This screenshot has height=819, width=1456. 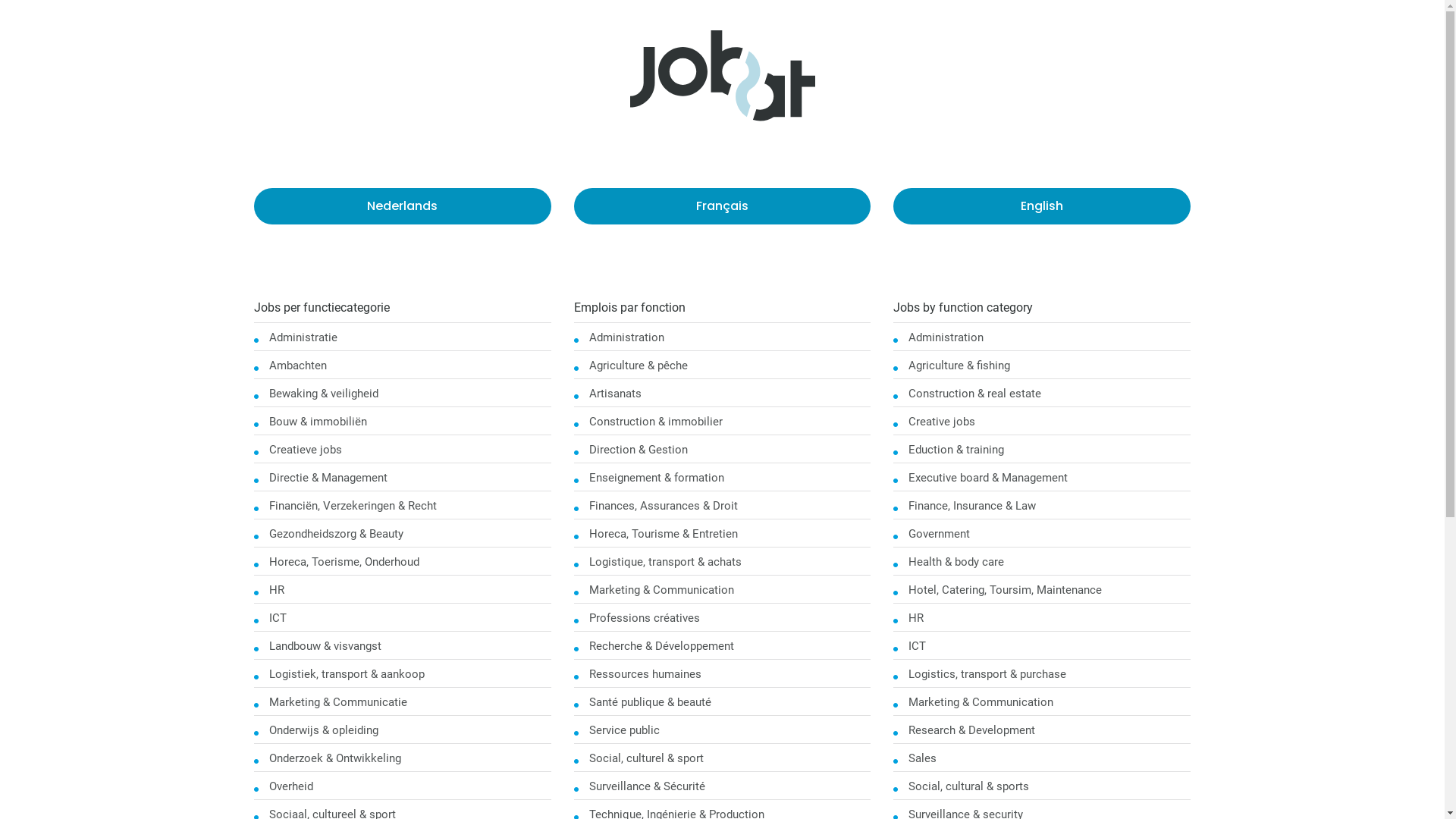 I want to click on 'Eduction & training', so click(x=955, y=449).